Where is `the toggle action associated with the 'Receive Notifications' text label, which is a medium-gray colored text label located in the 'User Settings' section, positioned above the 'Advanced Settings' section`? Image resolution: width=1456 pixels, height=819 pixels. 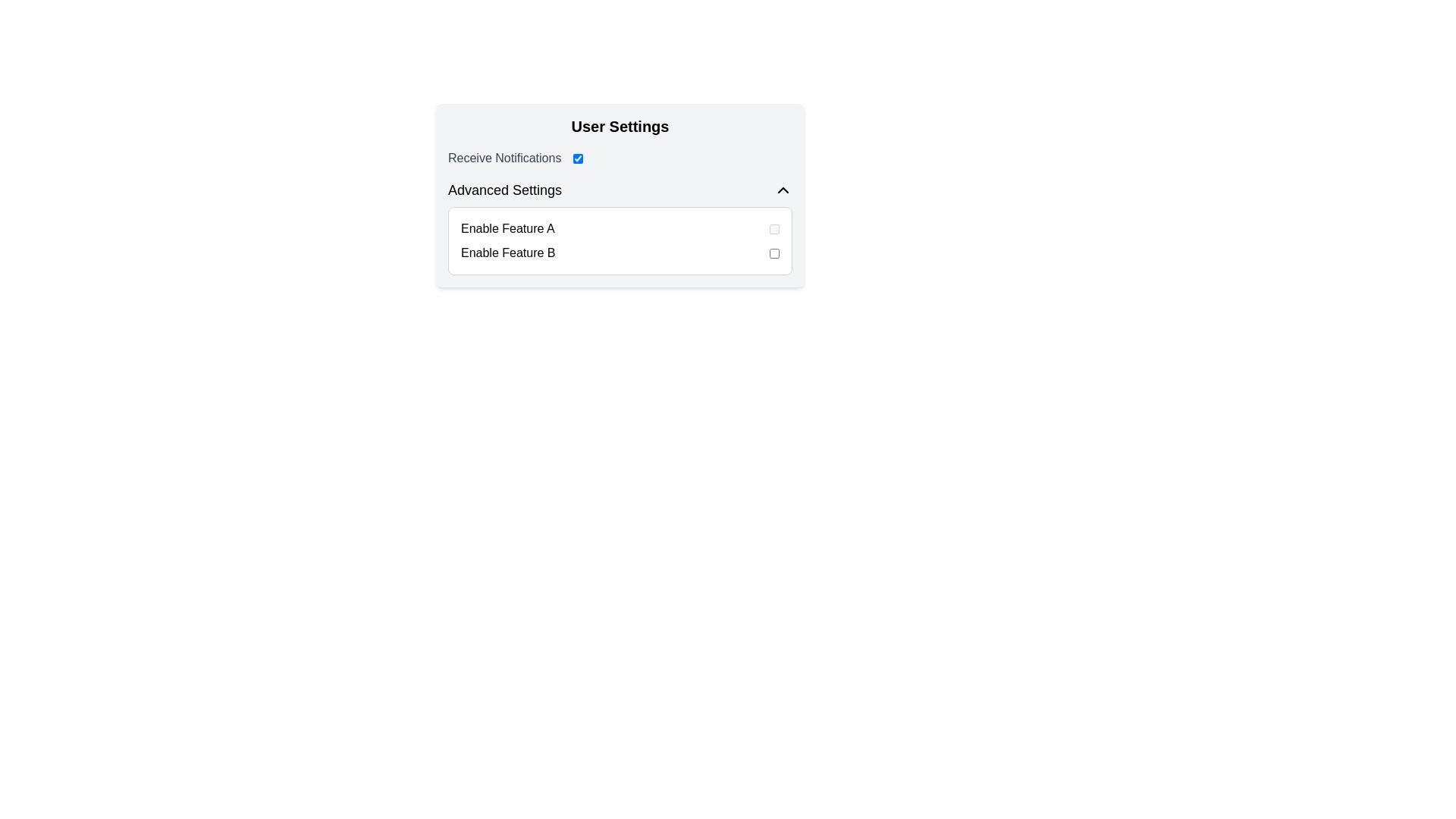
the toggle action associated with the 'Receive Notifications' text label, which is a medium-gray colored text label located in the 'User Settings' section, positioned above the 'Advanced Settings' section is located at coordinates (620, 158).